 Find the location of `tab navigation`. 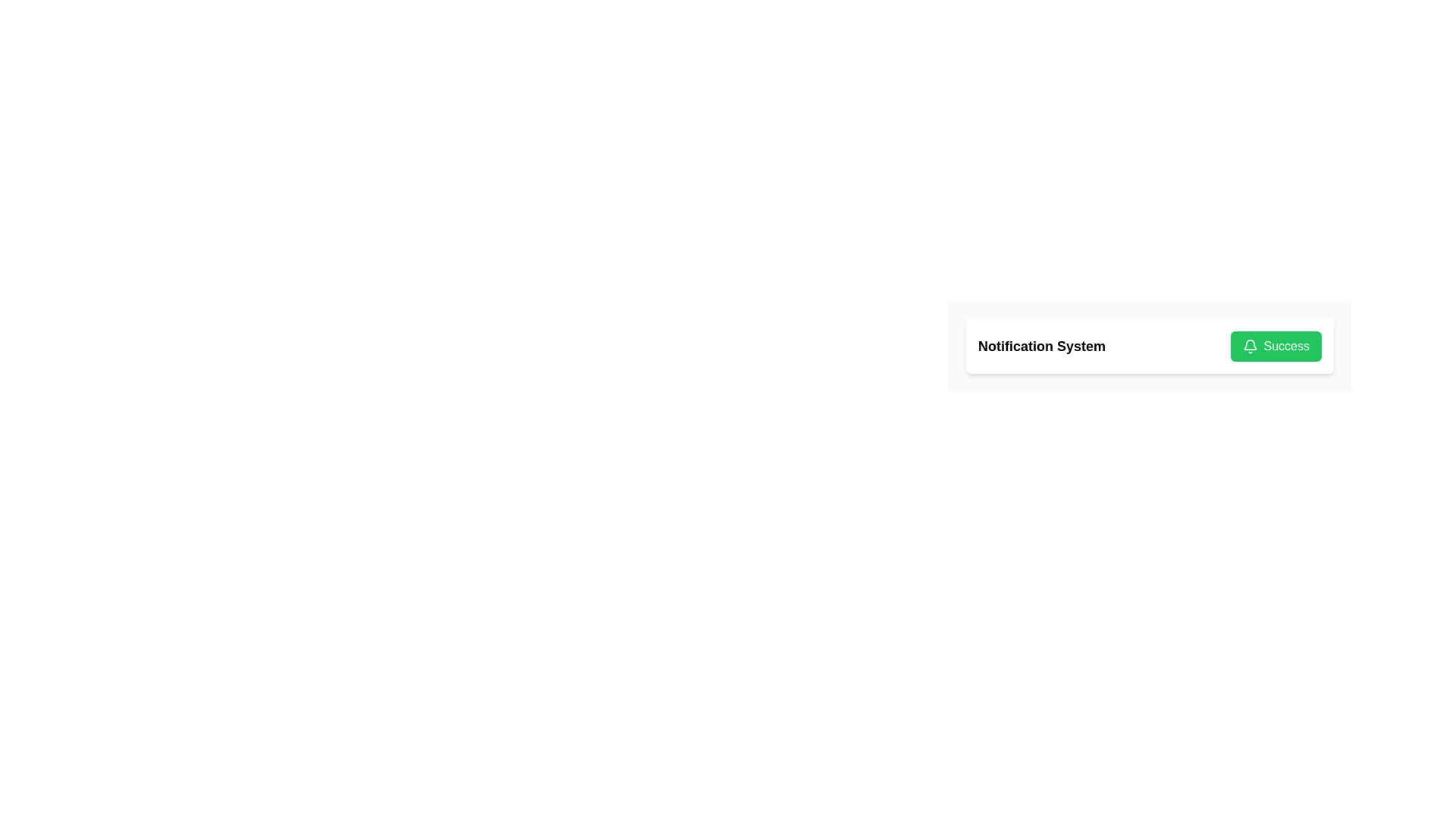

tab navigation is located at coordinates (1275, 346).